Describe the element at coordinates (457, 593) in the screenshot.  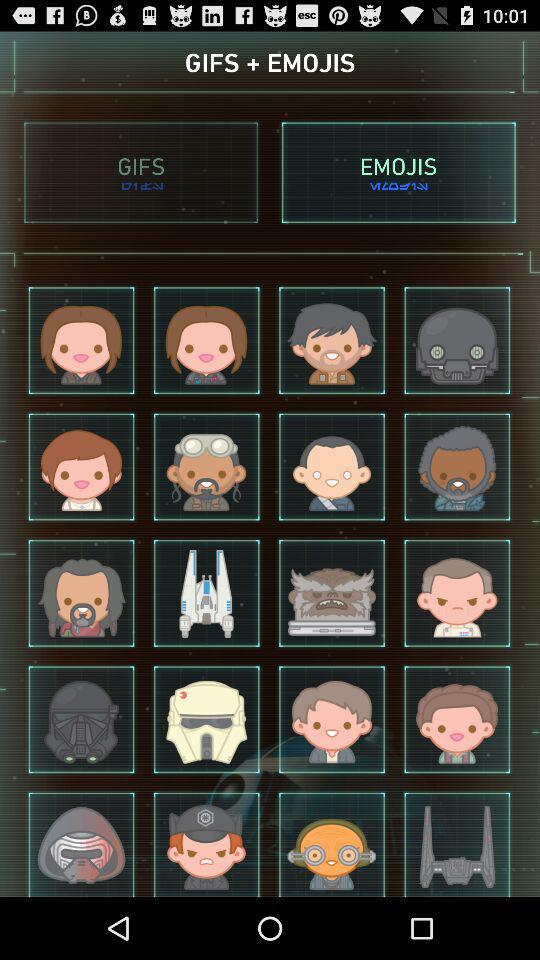
I see `the fourth image in the third row` at that location.